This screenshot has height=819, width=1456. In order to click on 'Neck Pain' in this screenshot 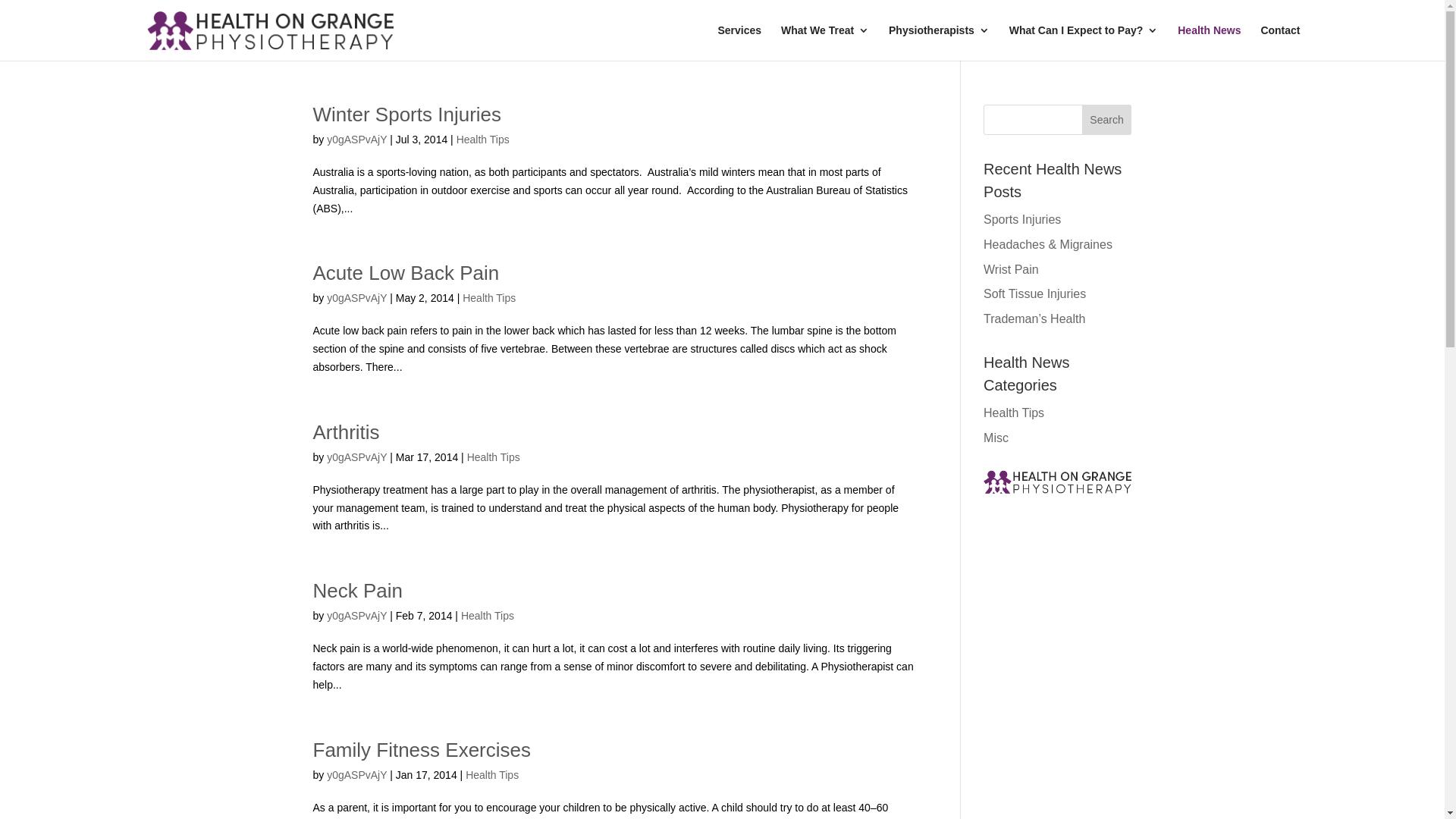, I will do `click(312, 590)`.